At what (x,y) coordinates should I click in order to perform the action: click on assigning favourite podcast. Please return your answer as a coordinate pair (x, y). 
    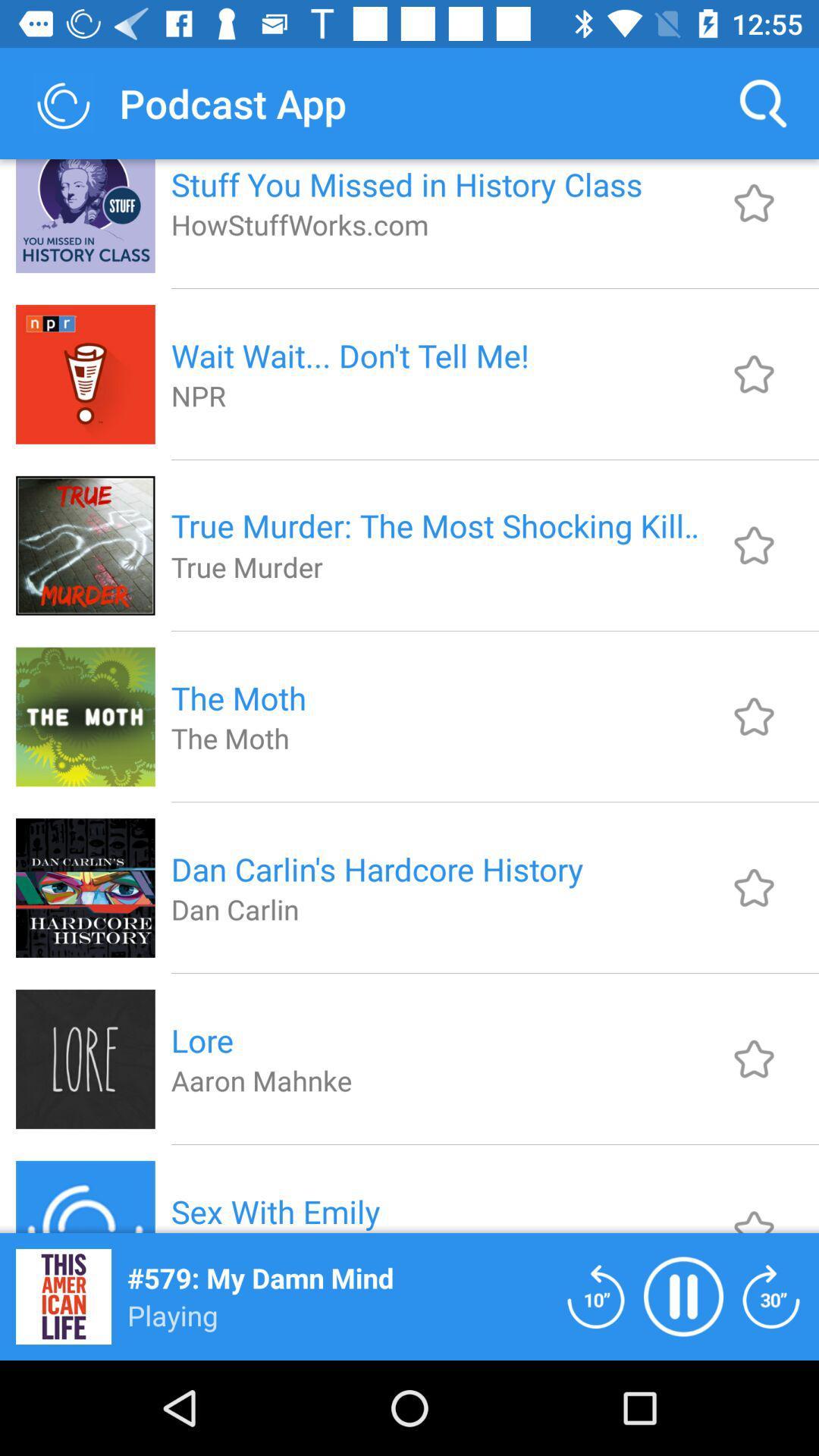
    Looking at the image, I should click on (754, 887).